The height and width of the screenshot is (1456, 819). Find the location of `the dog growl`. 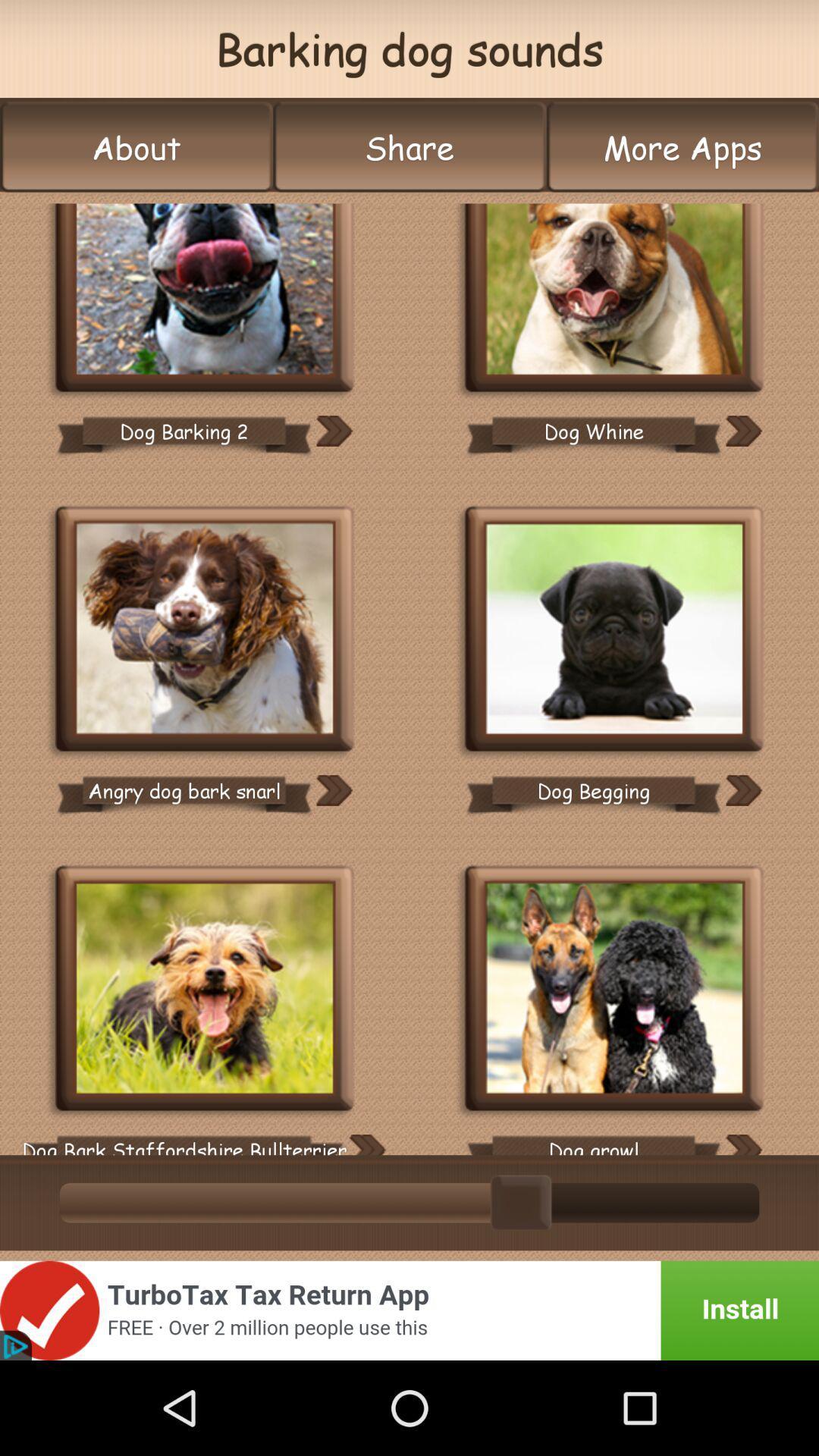

the dog growl is located at coordinates (593, 1139).